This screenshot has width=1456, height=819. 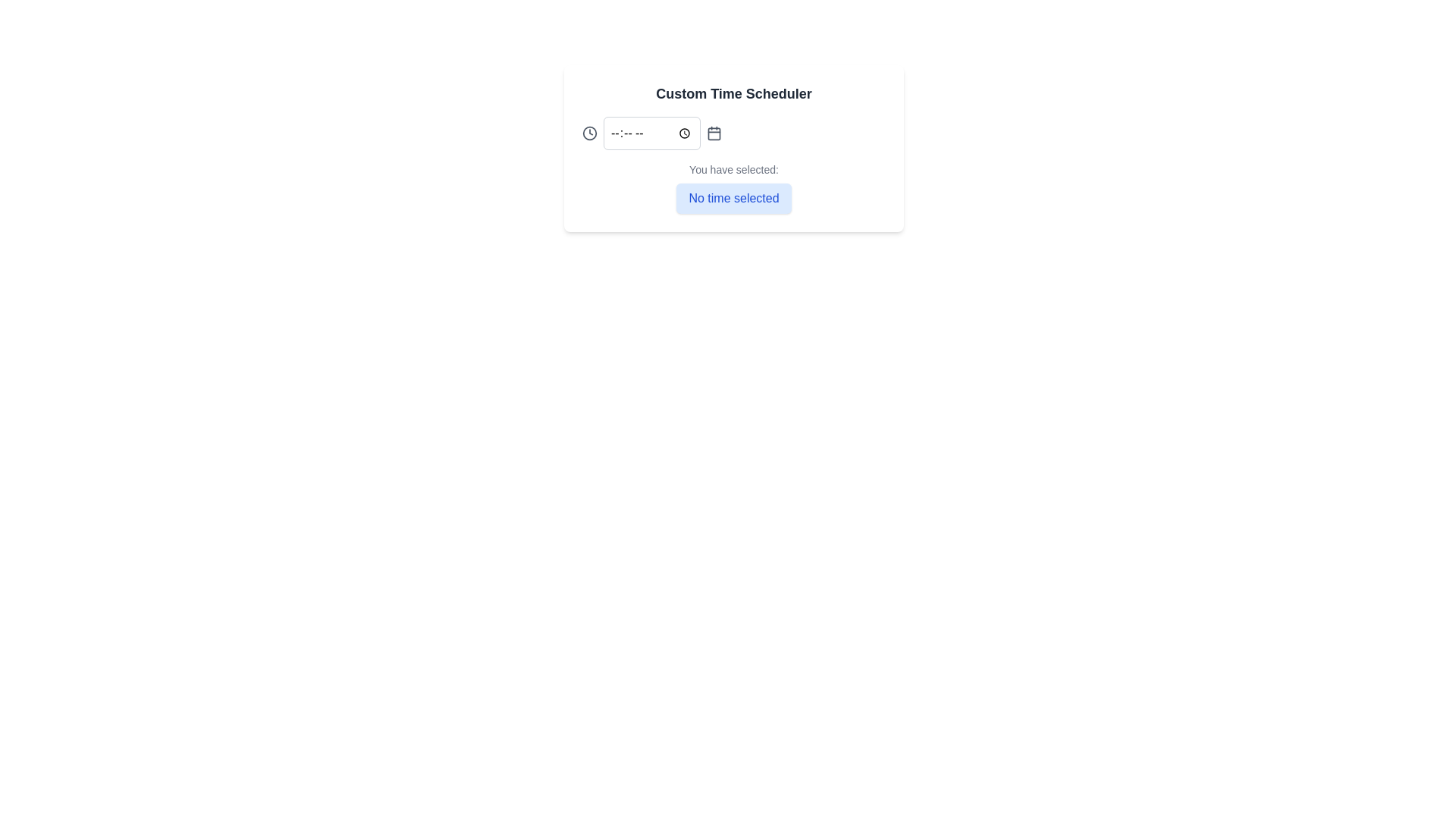 What do you see at coordinates (734, 198) in the screenshot?
I see `the text label that indicates no time has been selected, which is located within a rounded box with a light blue background, below the 'You have selected:' label` at bounding box center [734, 198].